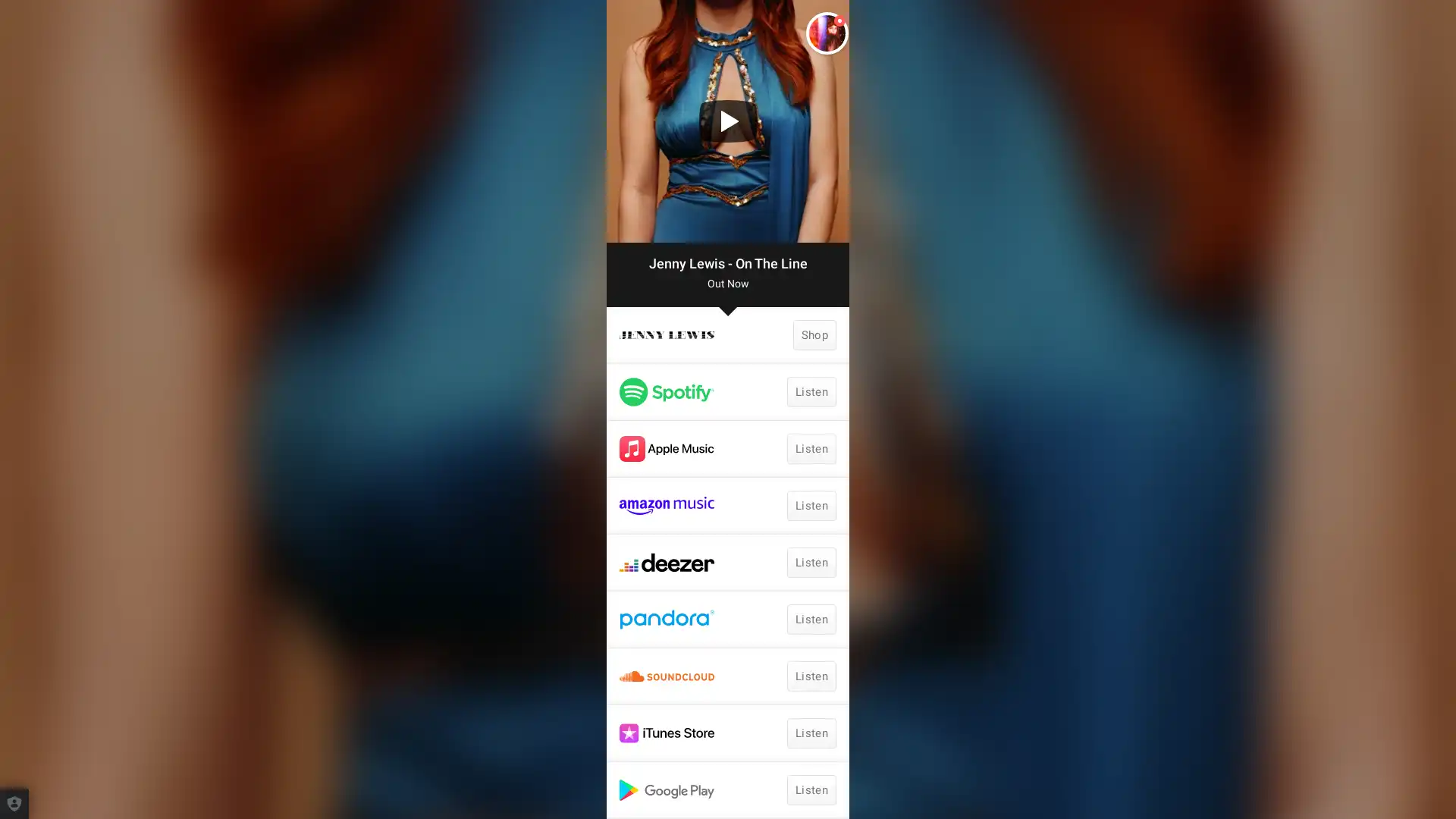 Image resolution: width=1456 pixels, height=819 pixels. I want to click on Listen, so click(811, 733).